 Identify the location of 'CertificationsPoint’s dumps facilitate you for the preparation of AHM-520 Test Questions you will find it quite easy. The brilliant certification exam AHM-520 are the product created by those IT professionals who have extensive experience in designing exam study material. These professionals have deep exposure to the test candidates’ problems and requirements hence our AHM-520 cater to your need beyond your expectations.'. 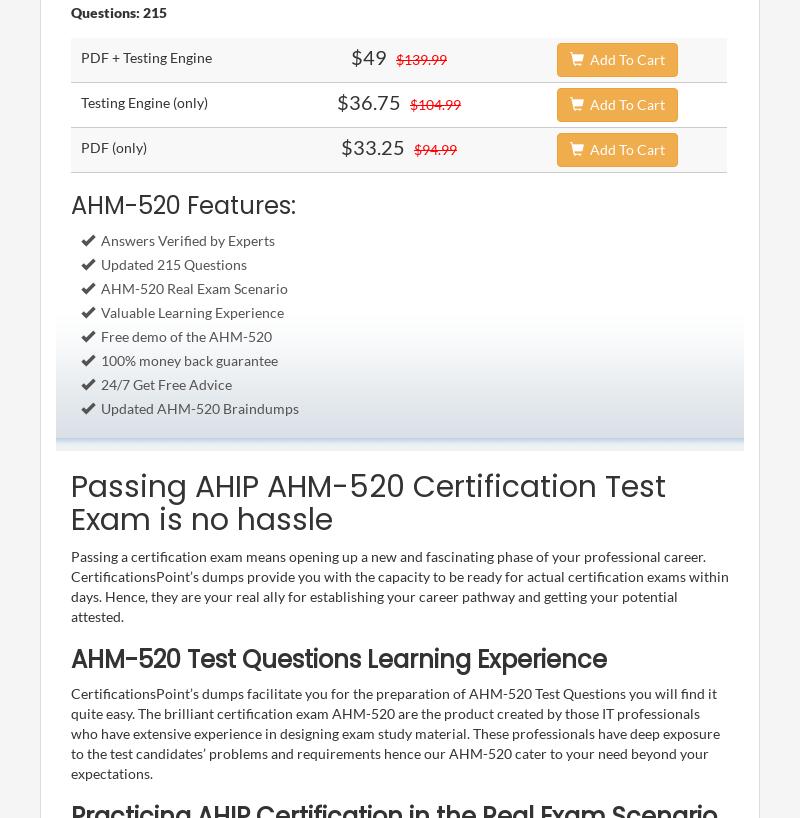
(70, 731).